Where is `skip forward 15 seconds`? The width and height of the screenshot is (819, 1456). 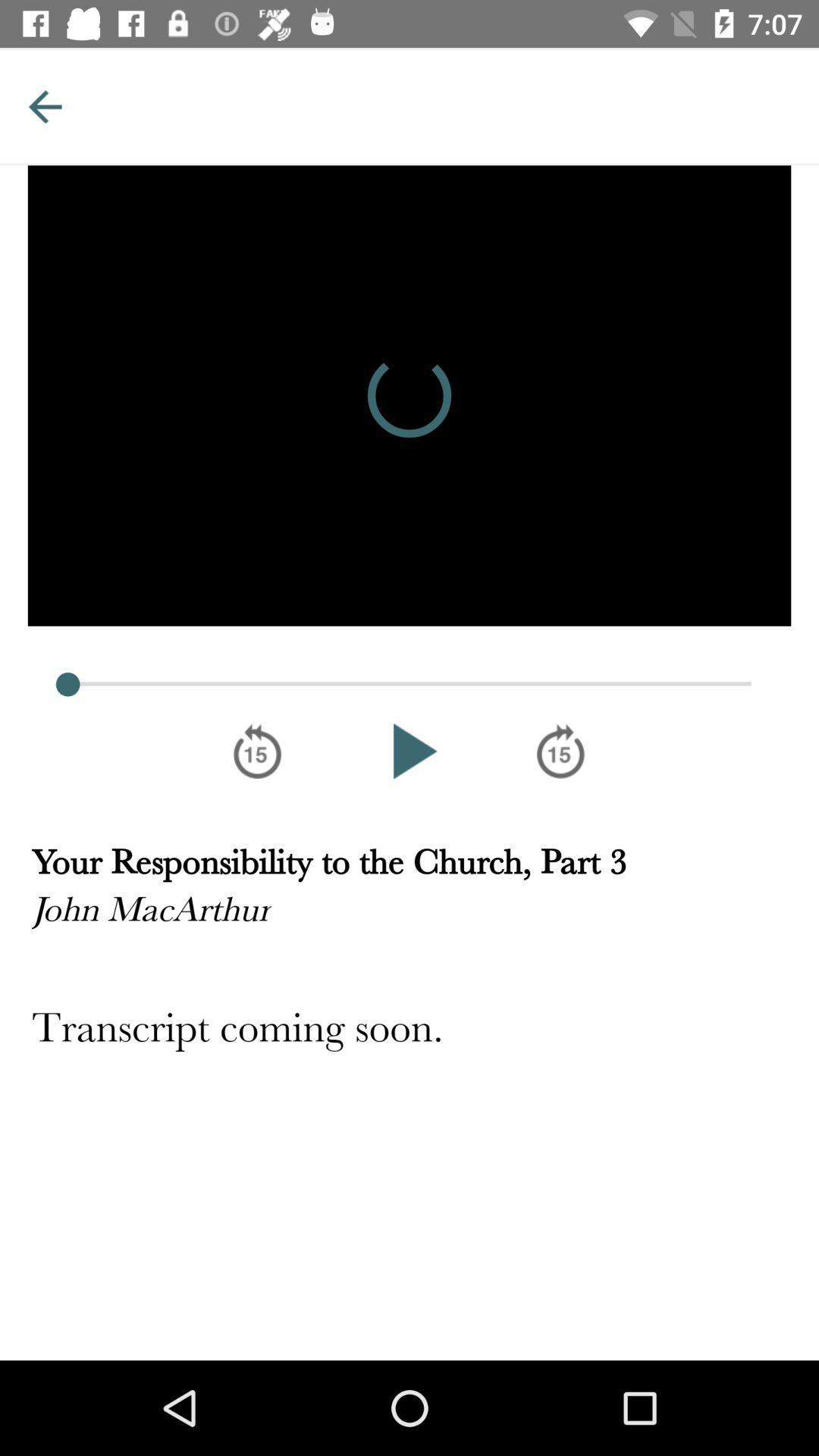 skip forward 15 seconds is located at coordinates (560, 751).